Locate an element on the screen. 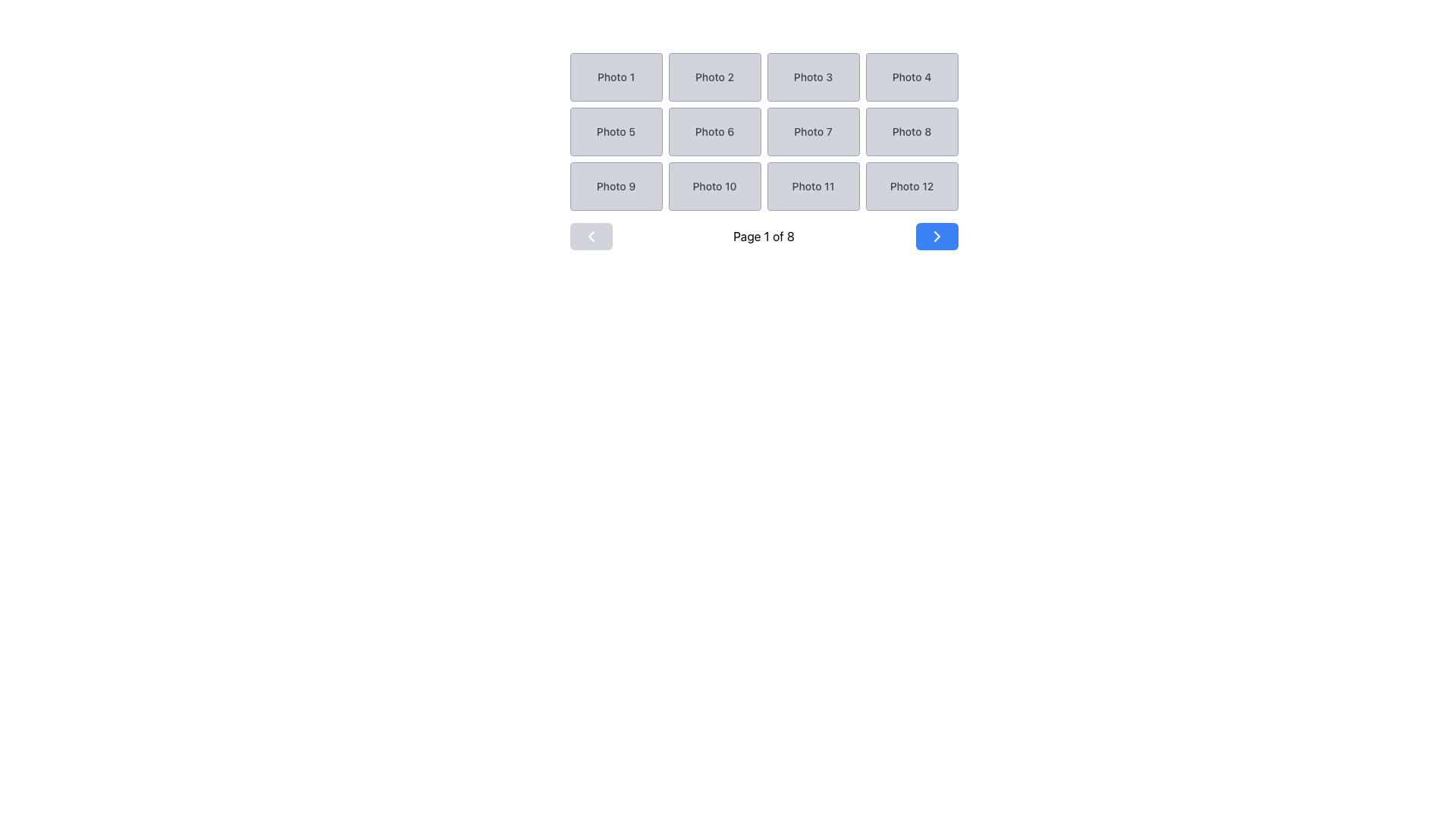 This screenshot has width=1456, height=819. the button representing 'Photo 2' is located at coordinates (714, 77).